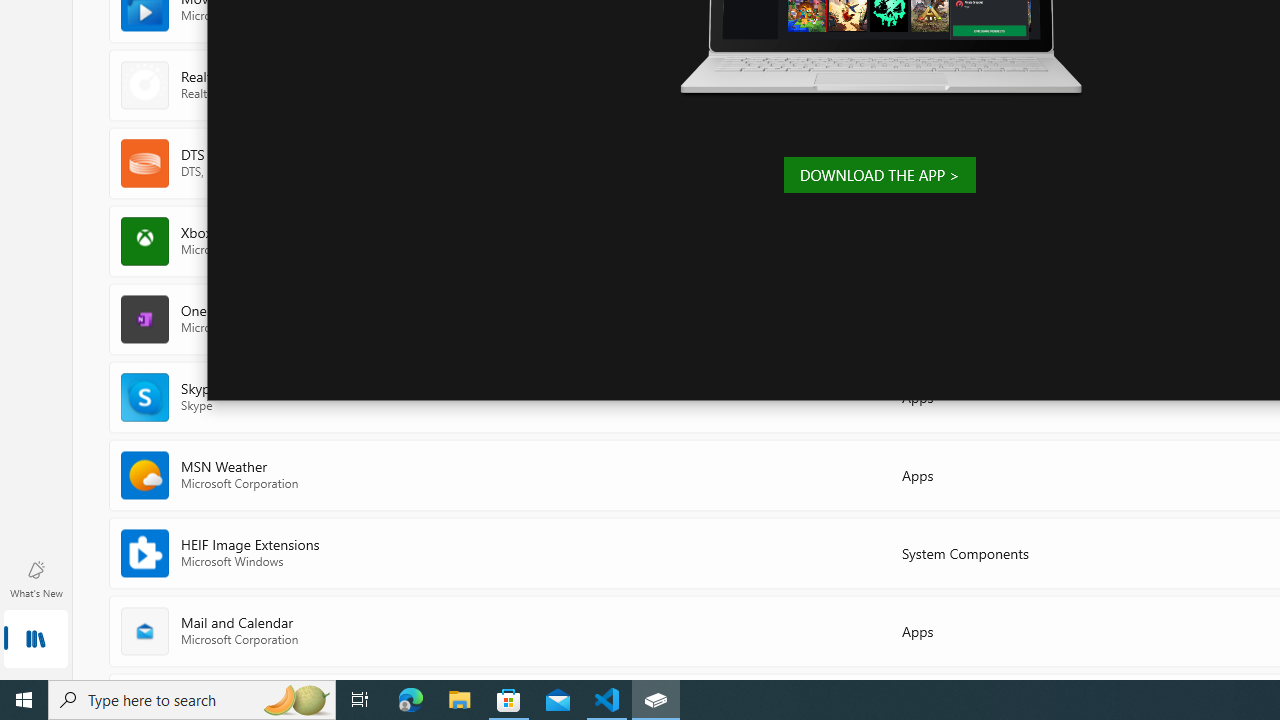 Image resolution: width=1280 pixels, height=720 pixels. I want to click on 'What', so click(35, 578).